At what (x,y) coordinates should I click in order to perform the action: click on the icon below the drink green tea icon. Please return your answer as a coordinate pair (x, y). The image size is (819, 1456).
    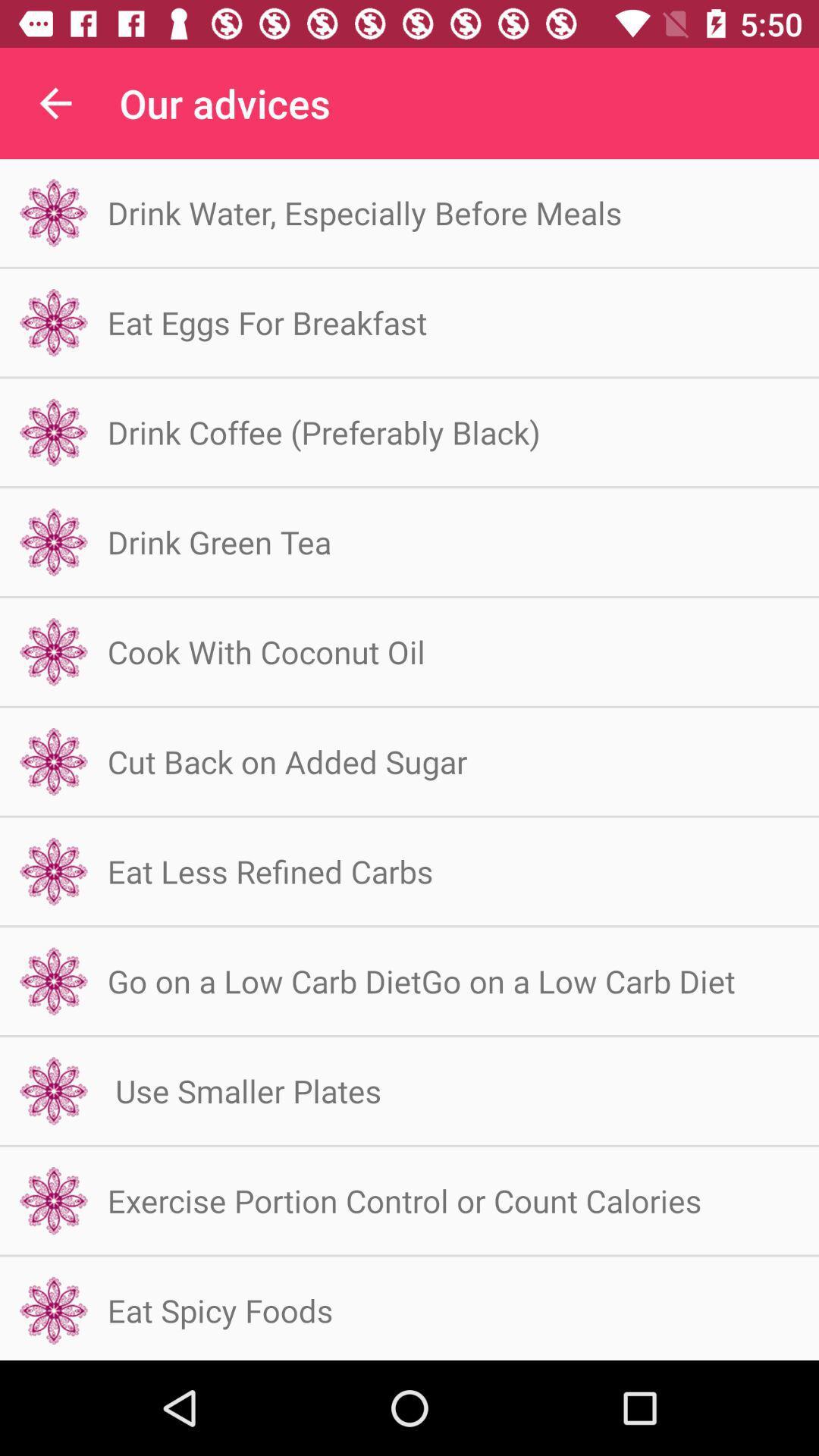
    Looking at the image, I should click on (265, 651).